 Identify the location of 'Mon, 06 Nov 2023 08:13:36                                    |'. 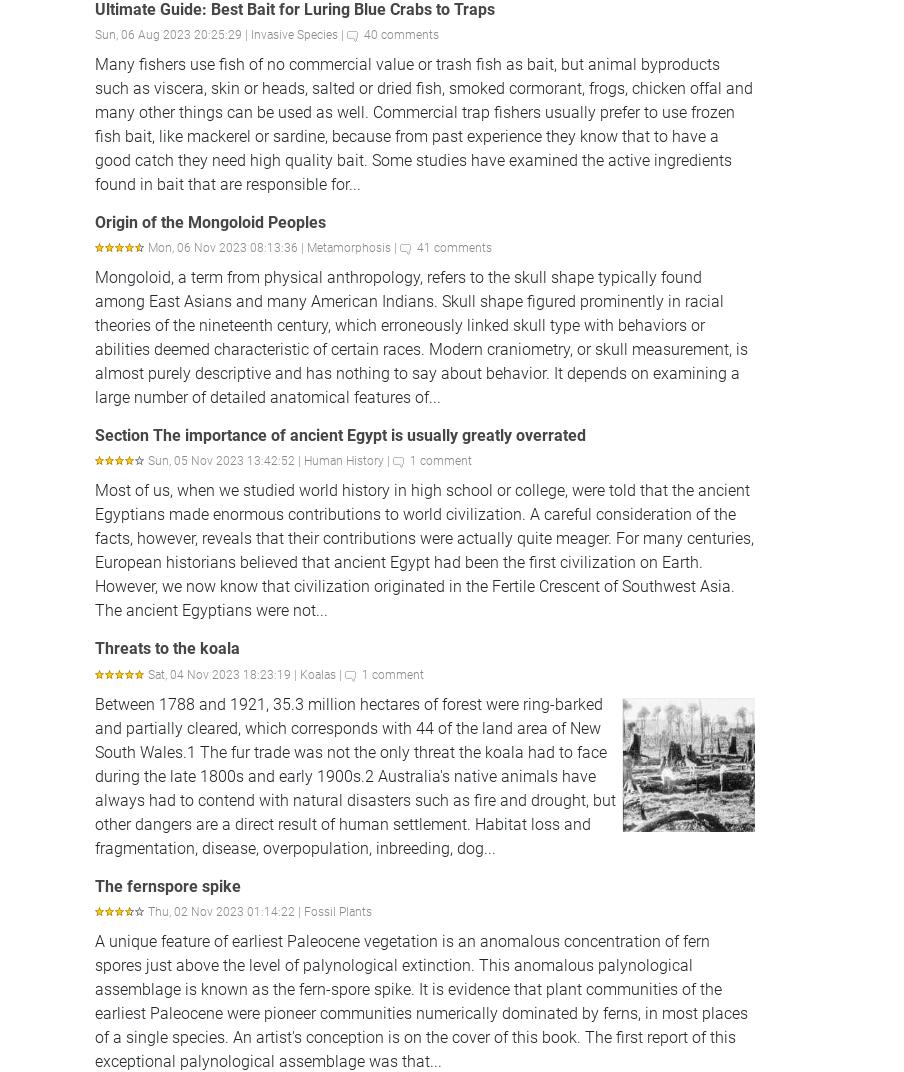
(226, 247).